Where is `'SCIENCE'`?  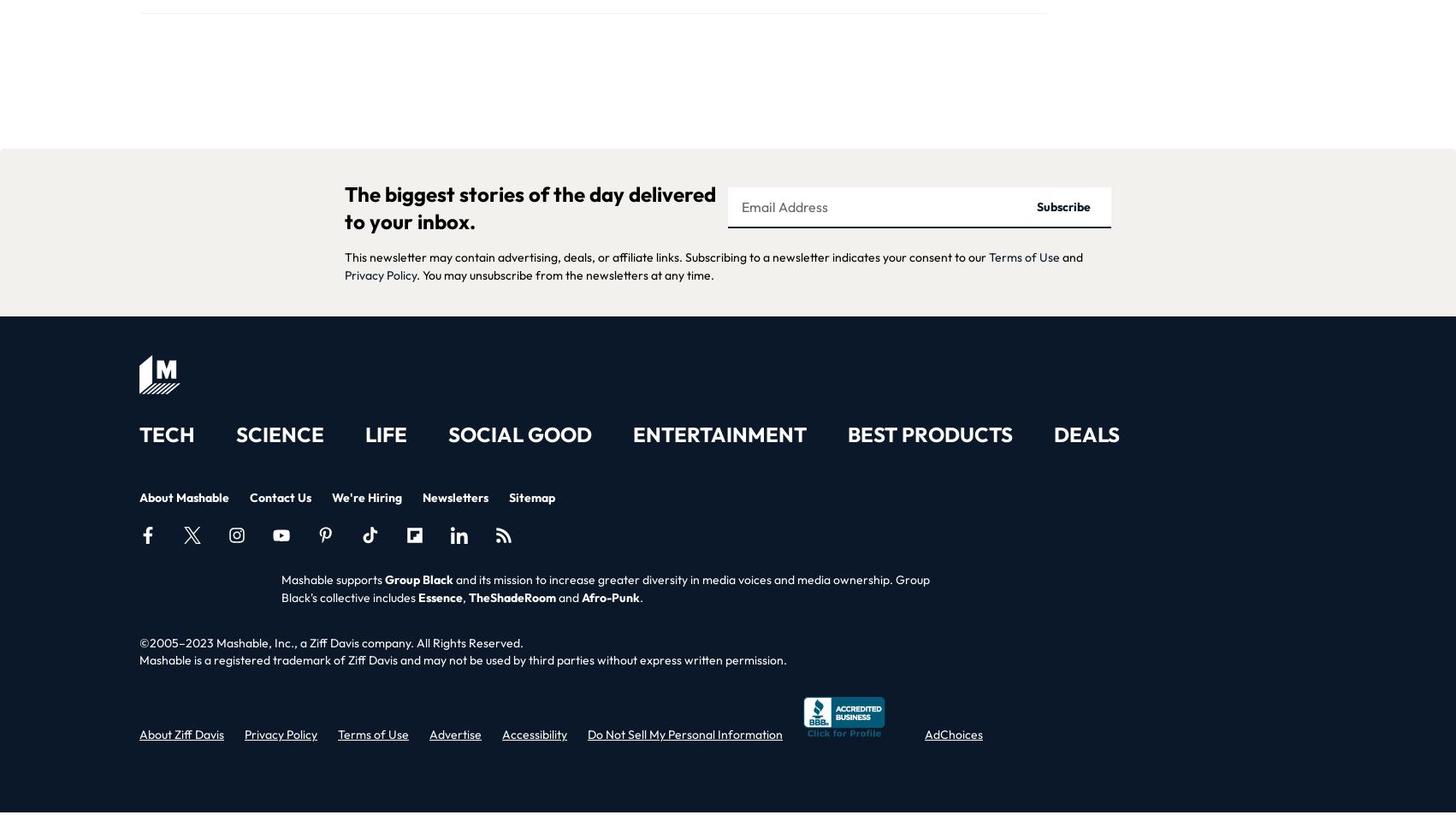
'SCIENCE' is located at coordinates (280, 434).